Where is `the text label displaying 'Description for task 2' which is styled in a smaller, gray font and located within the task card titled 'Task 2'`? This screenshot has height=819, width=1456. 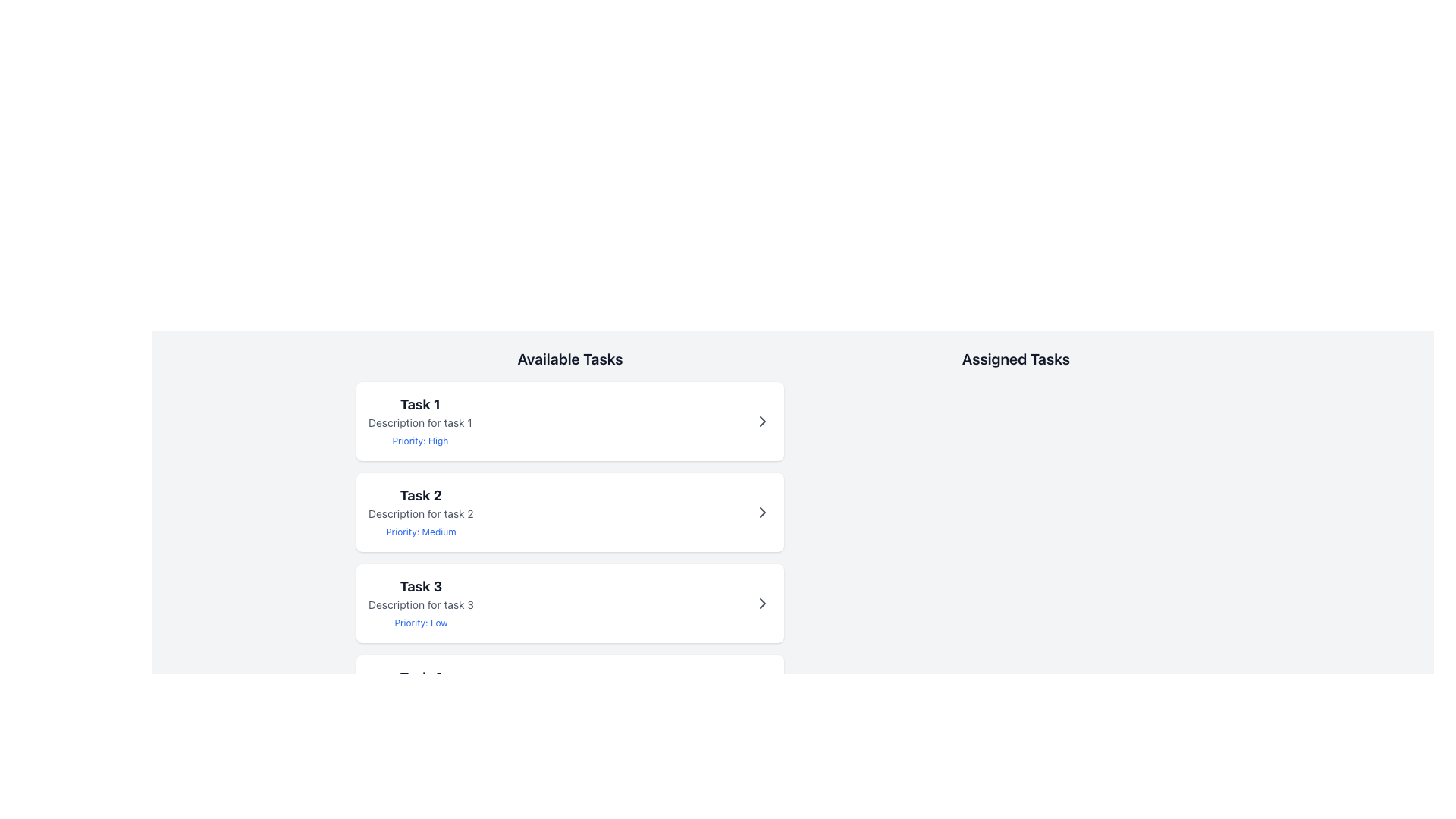 the text label displaying 'Description for task 2' which is styled in a smaller, gray font and located within the task card titled 'Task 2' is located at coordinates (421, 513).